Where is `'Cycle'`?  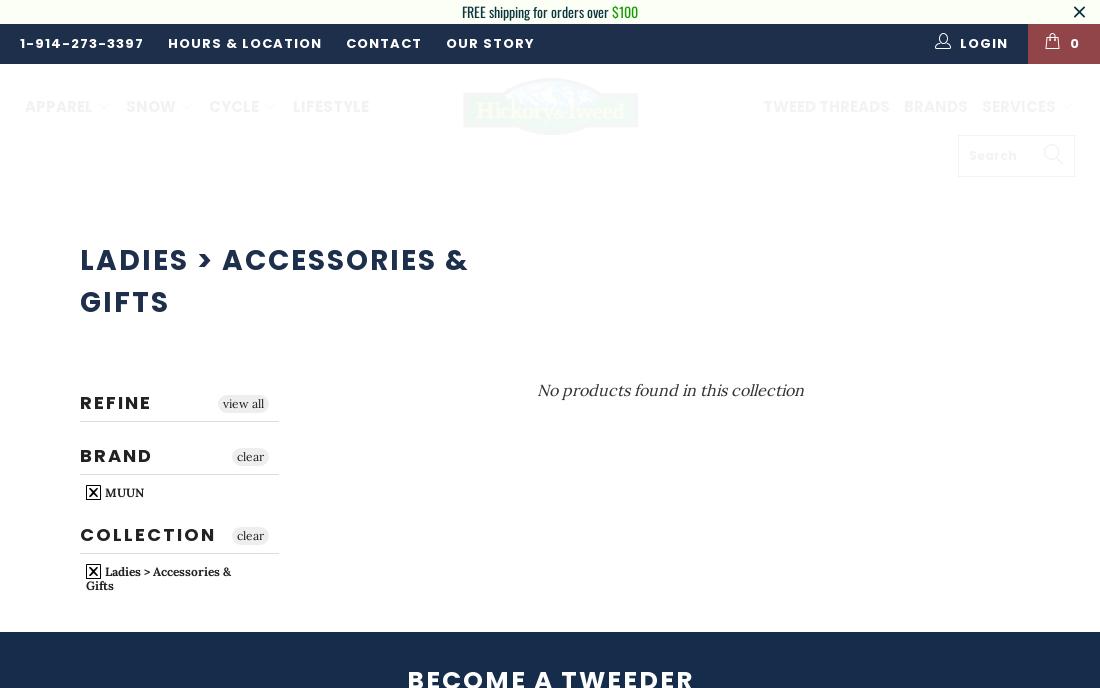 'Cycle' is located at coordinates (235, 104).